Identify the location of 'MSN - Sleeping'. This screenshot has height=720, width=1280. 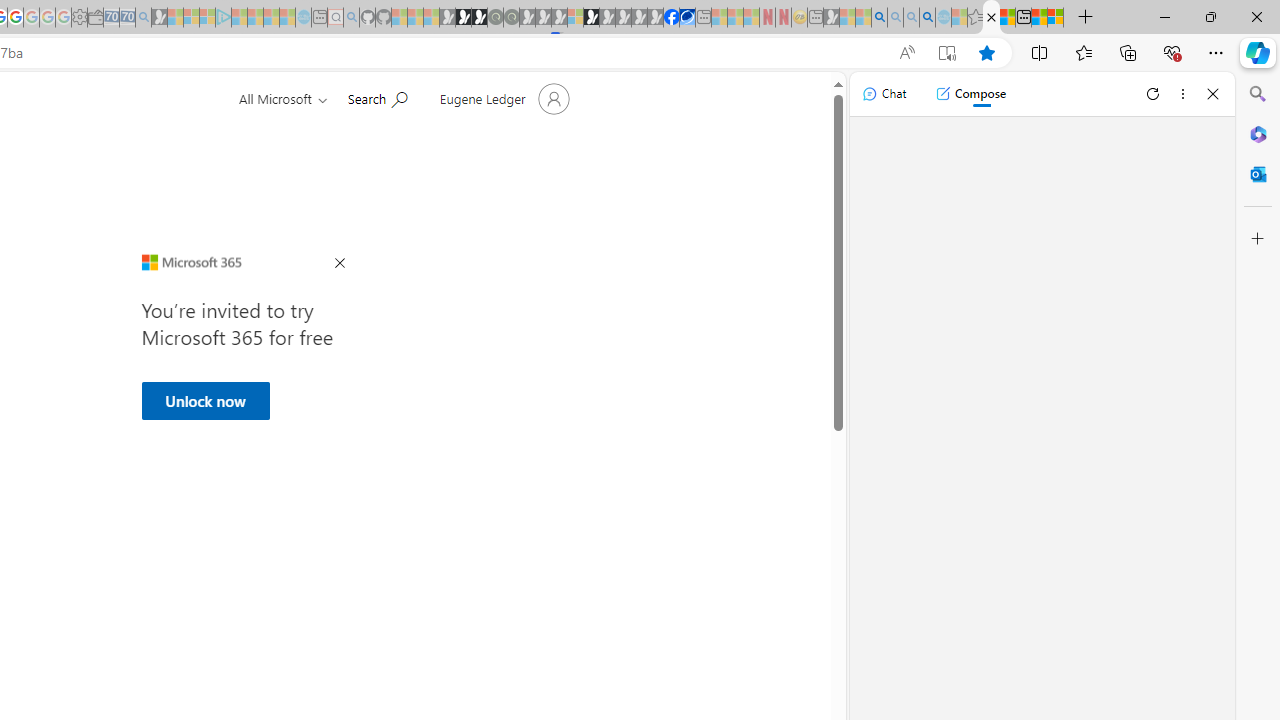
(831, 17).